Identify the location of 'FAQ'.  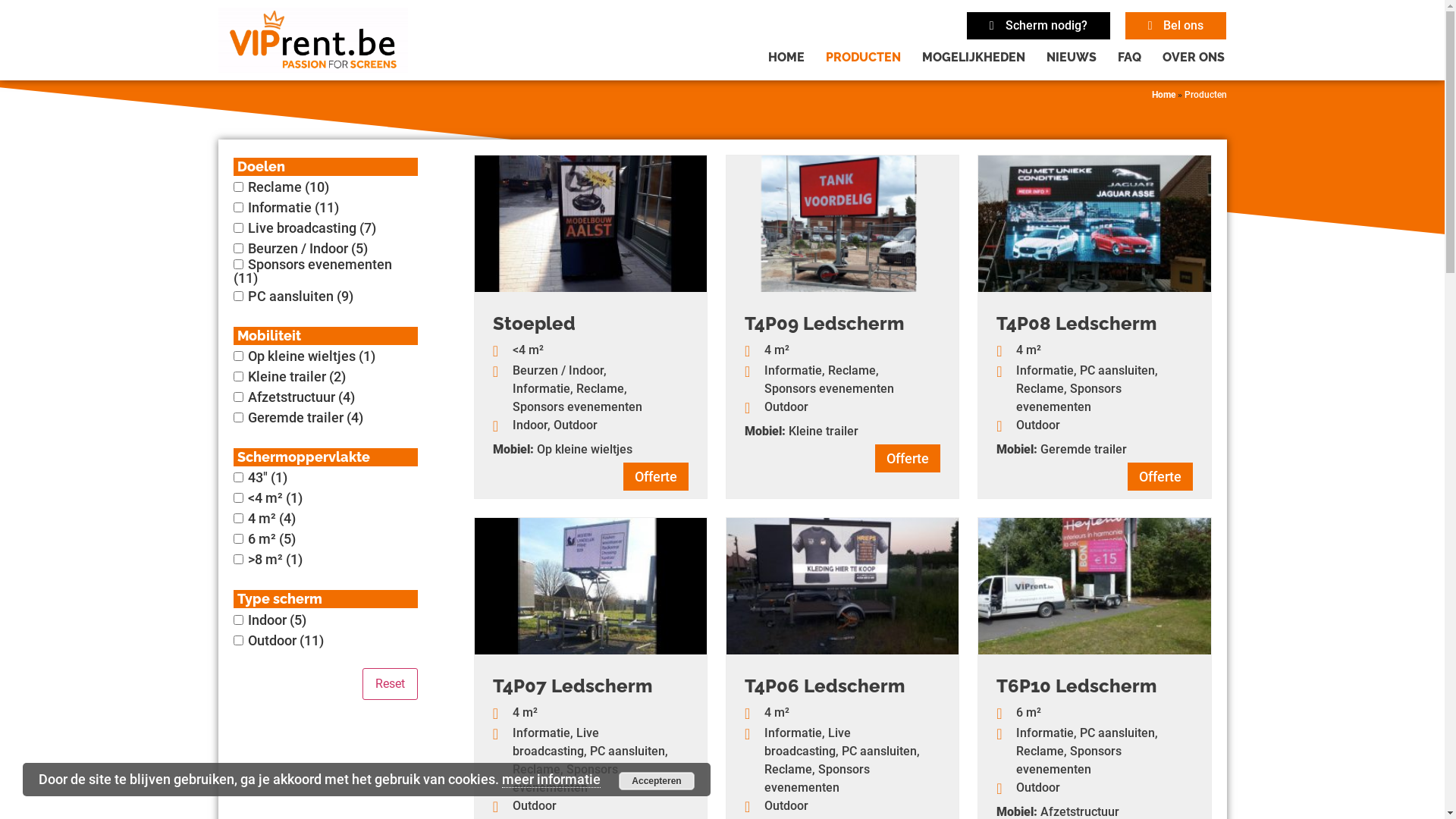
(1129, 57).